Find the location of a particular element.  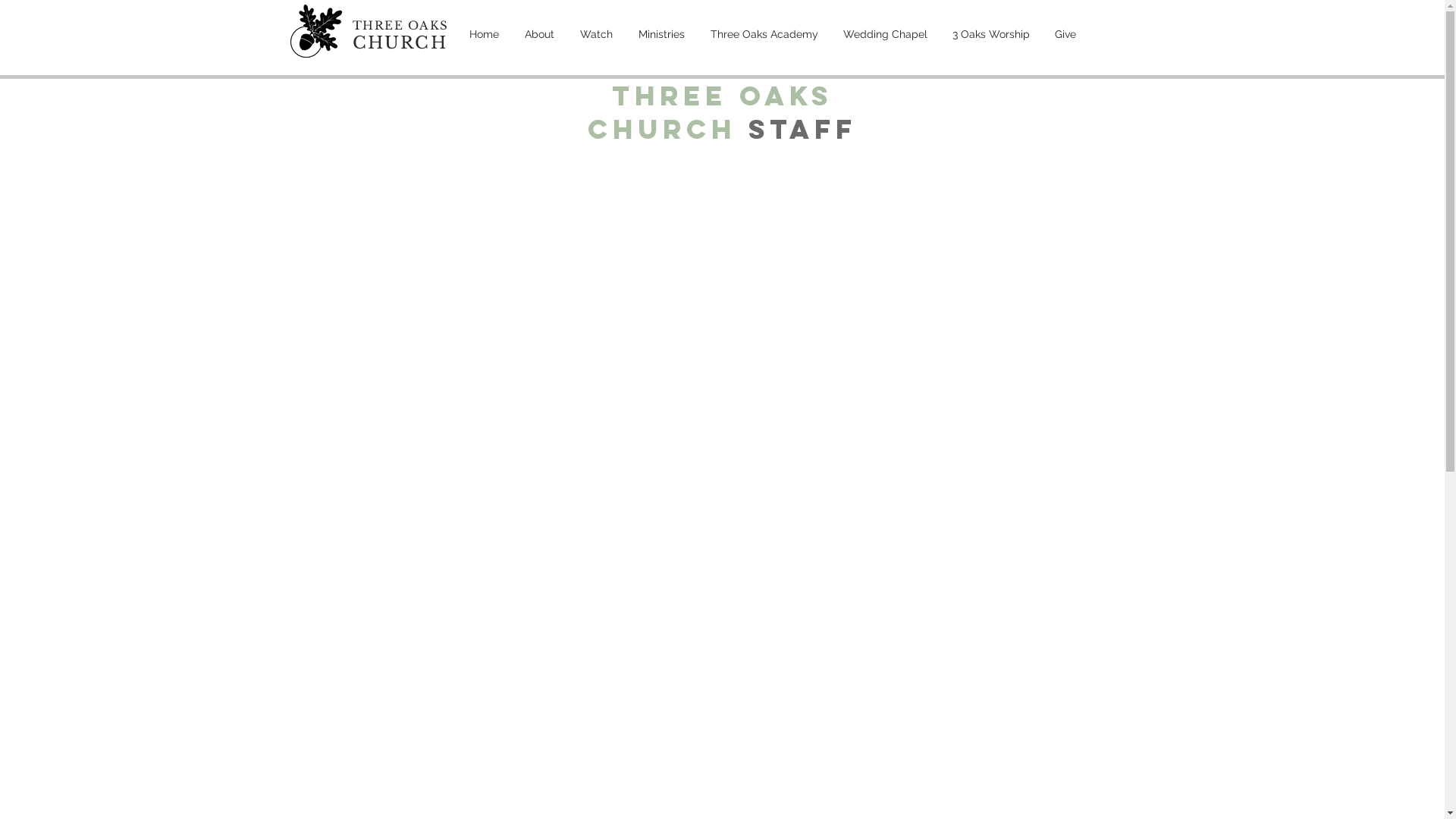

'Three Oaks Academy' is located at coordinates (764, 34).